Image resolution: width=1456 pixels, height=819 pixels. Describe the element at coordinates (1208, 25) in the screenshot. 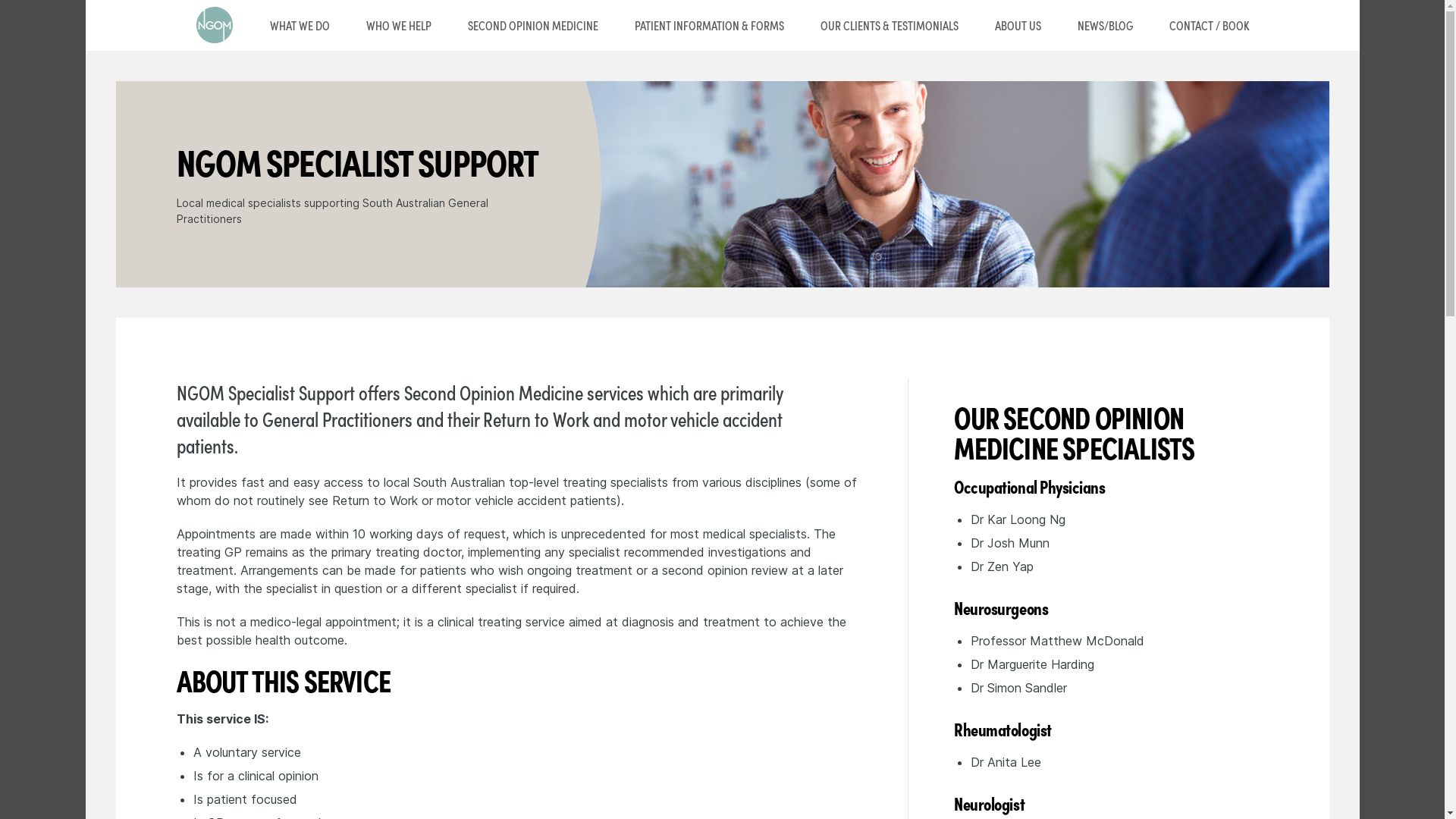

I see `'CONTACT / BOOK'` at that location.